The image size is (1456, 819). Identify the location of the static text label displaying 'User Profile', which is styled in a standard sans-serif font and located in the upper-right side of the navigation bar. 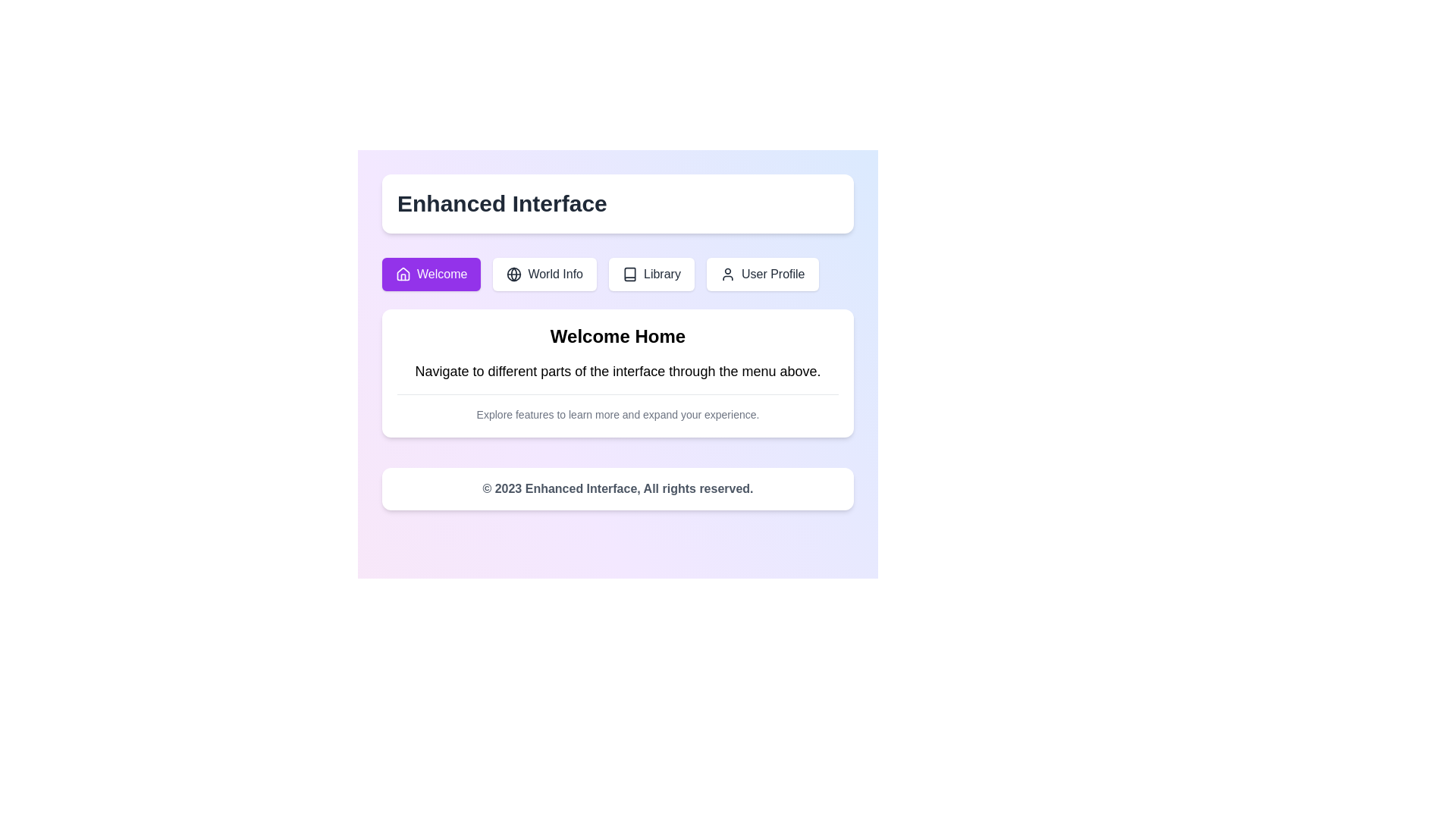
(773, 274).